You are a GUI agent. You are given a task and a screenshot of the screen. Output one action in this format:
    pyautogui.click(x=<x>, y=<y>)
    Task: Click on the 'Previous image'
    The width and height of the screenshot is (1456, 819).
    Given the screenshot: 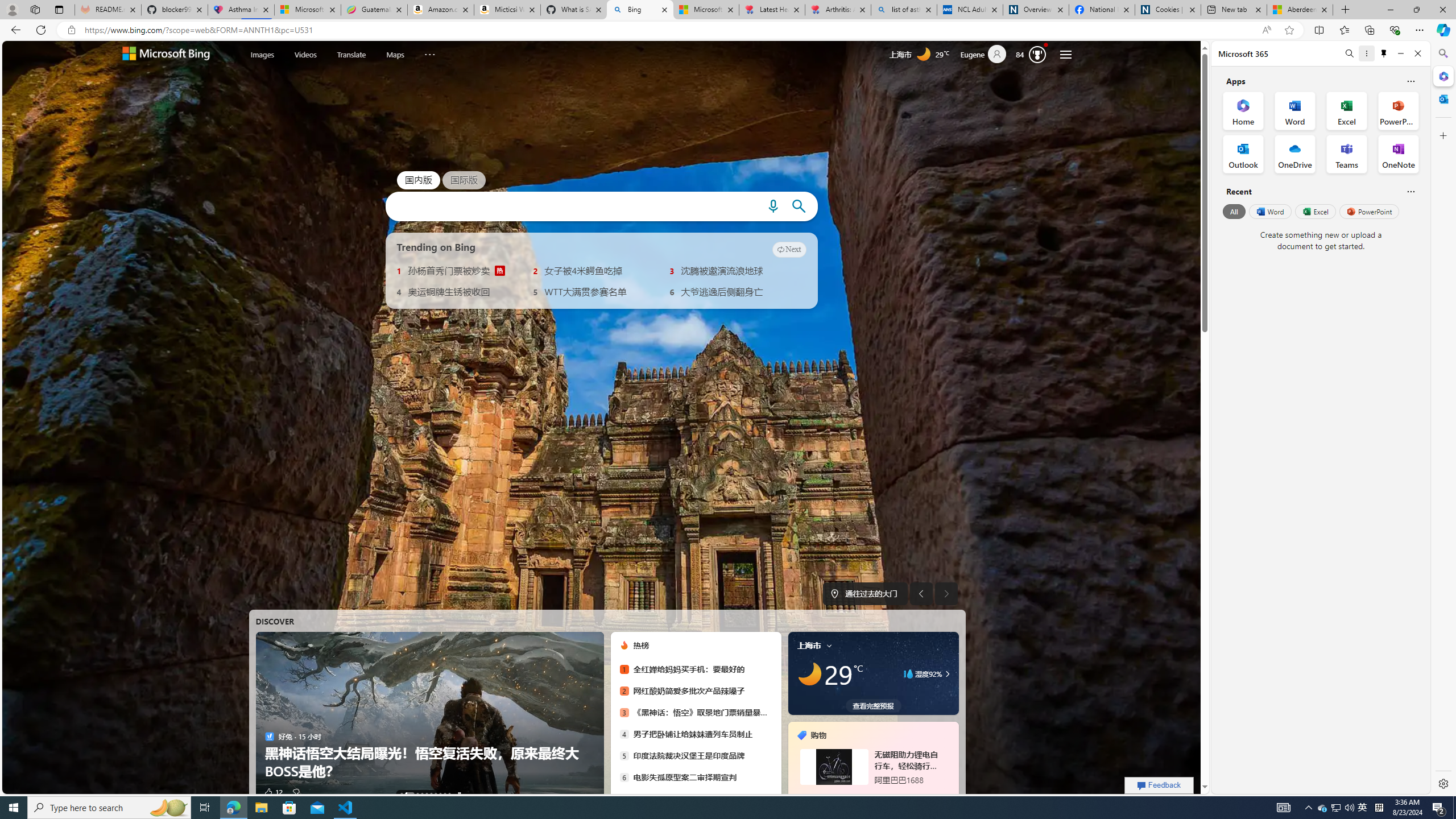 What is the action you would take?
    pyautogui.click(x=921, y=593)
    